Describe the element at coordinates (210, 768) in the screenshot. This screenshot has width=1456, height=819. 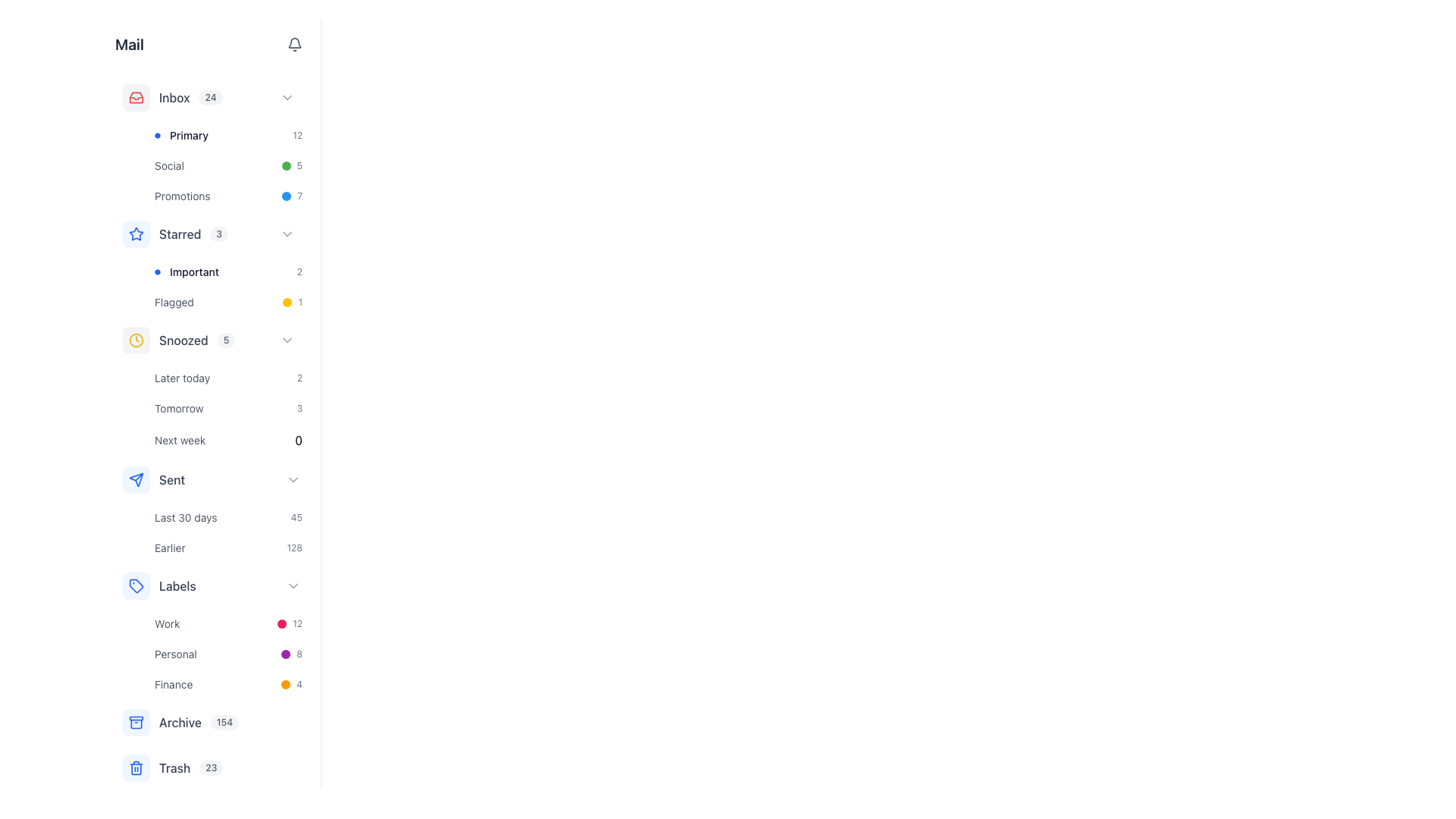
I see `the small pill-shaped badge with the text '23' that is located to the right of the 'Trash' label in the vertical navigation menu` at that location.